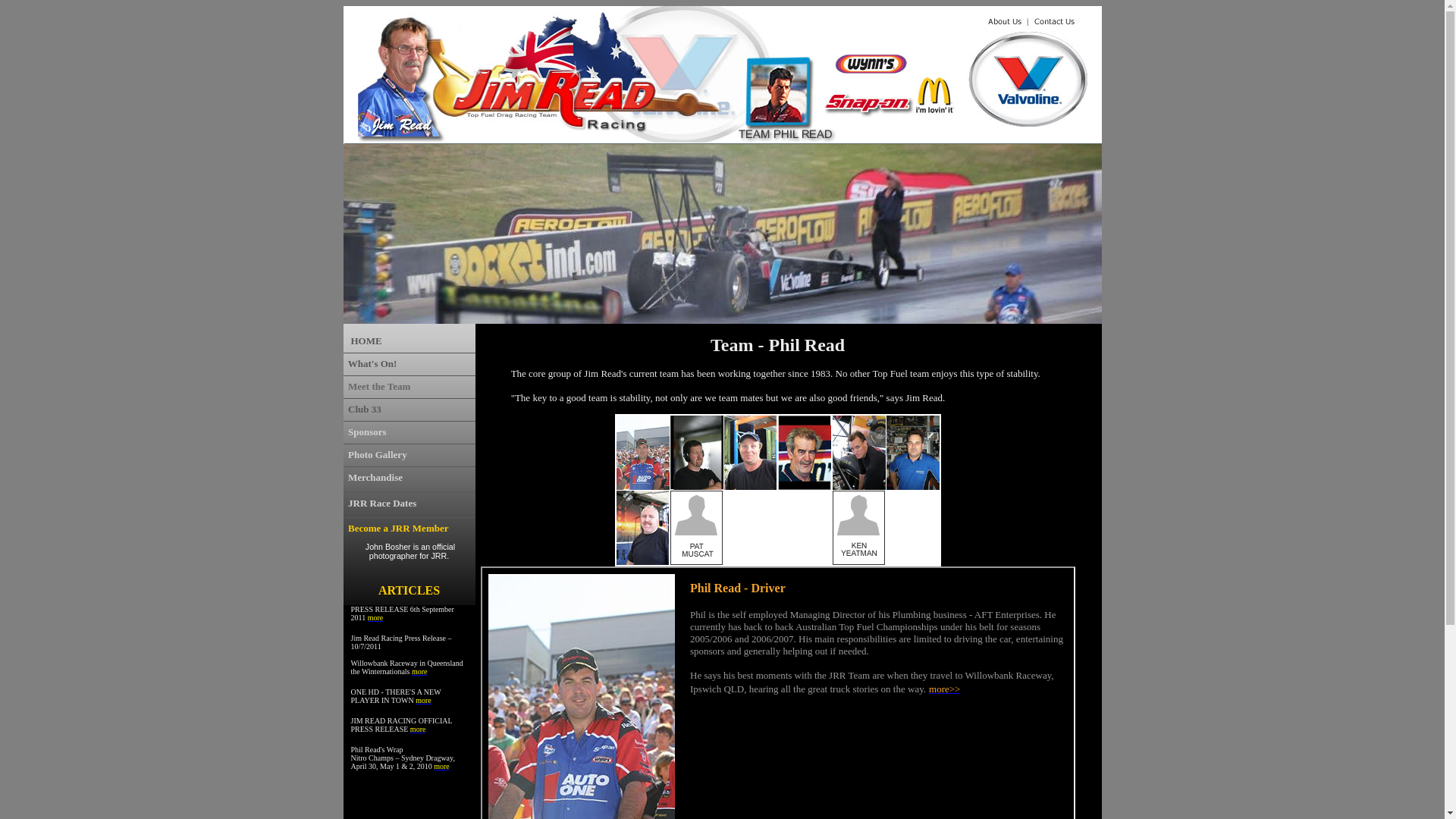 This screenshot has height=819, width=1456. I want to click on 'Become a JRR Member', so click(397, 527).